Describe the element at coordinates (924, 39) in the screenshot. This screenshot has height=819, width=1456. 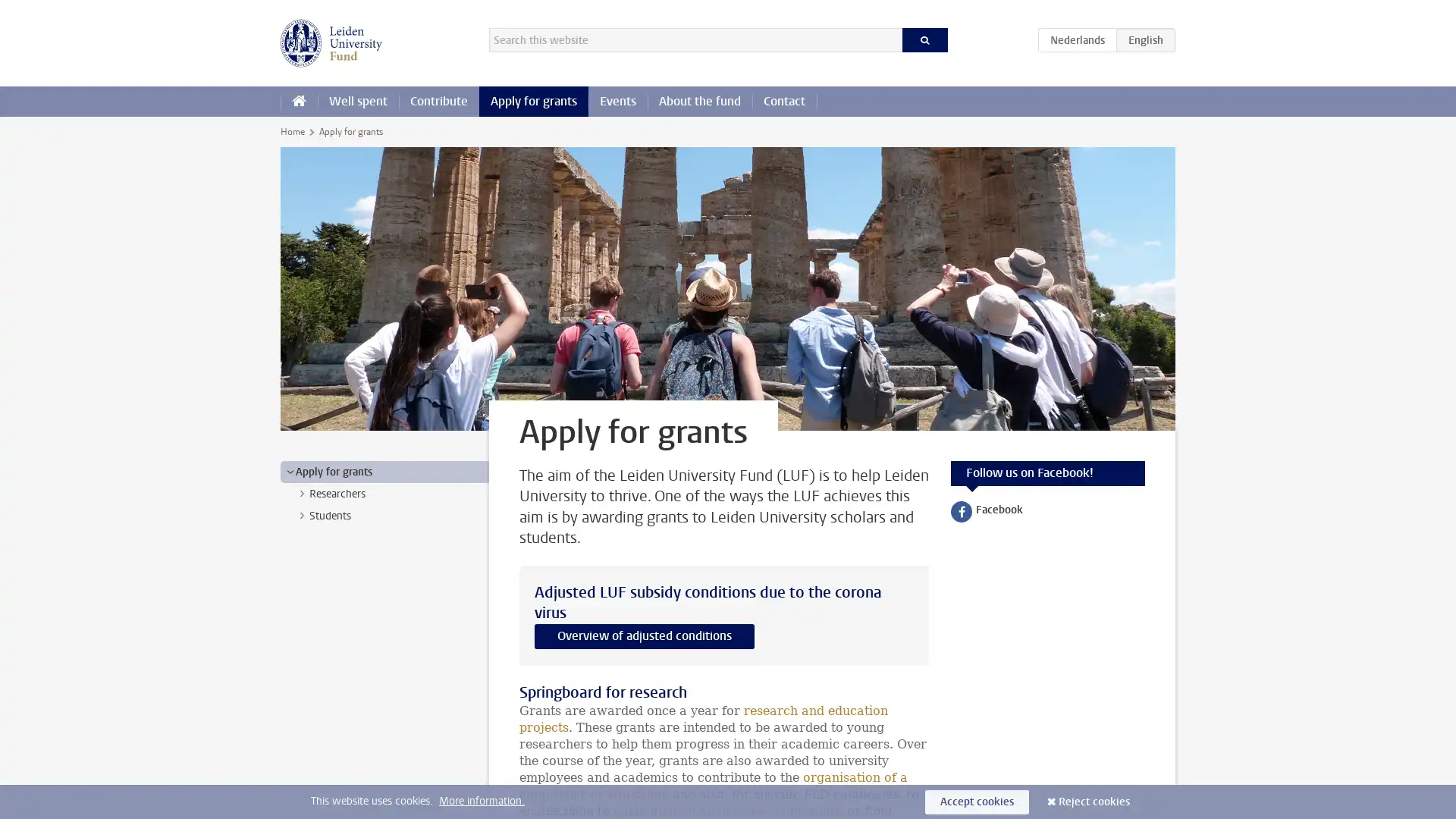
I see `Search` at that location.